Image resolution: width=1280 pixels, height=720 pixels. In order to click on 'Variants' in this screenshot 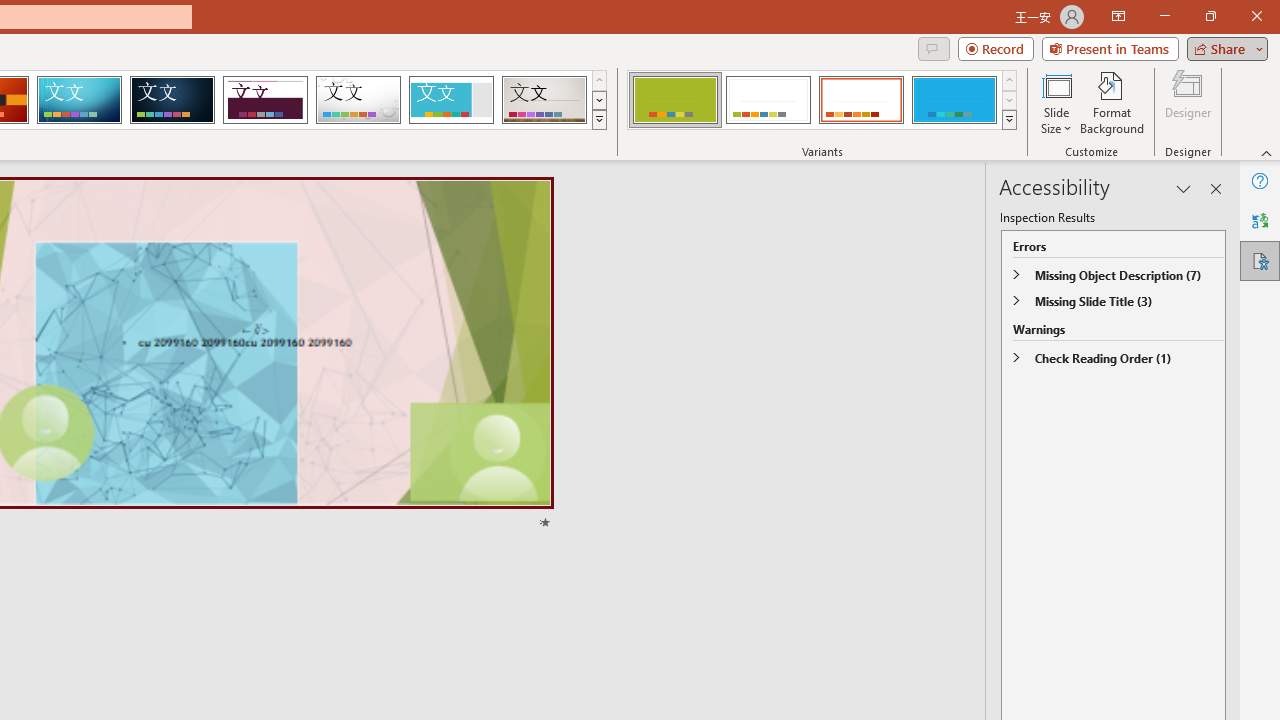, I will do `click(1009, 120)`.